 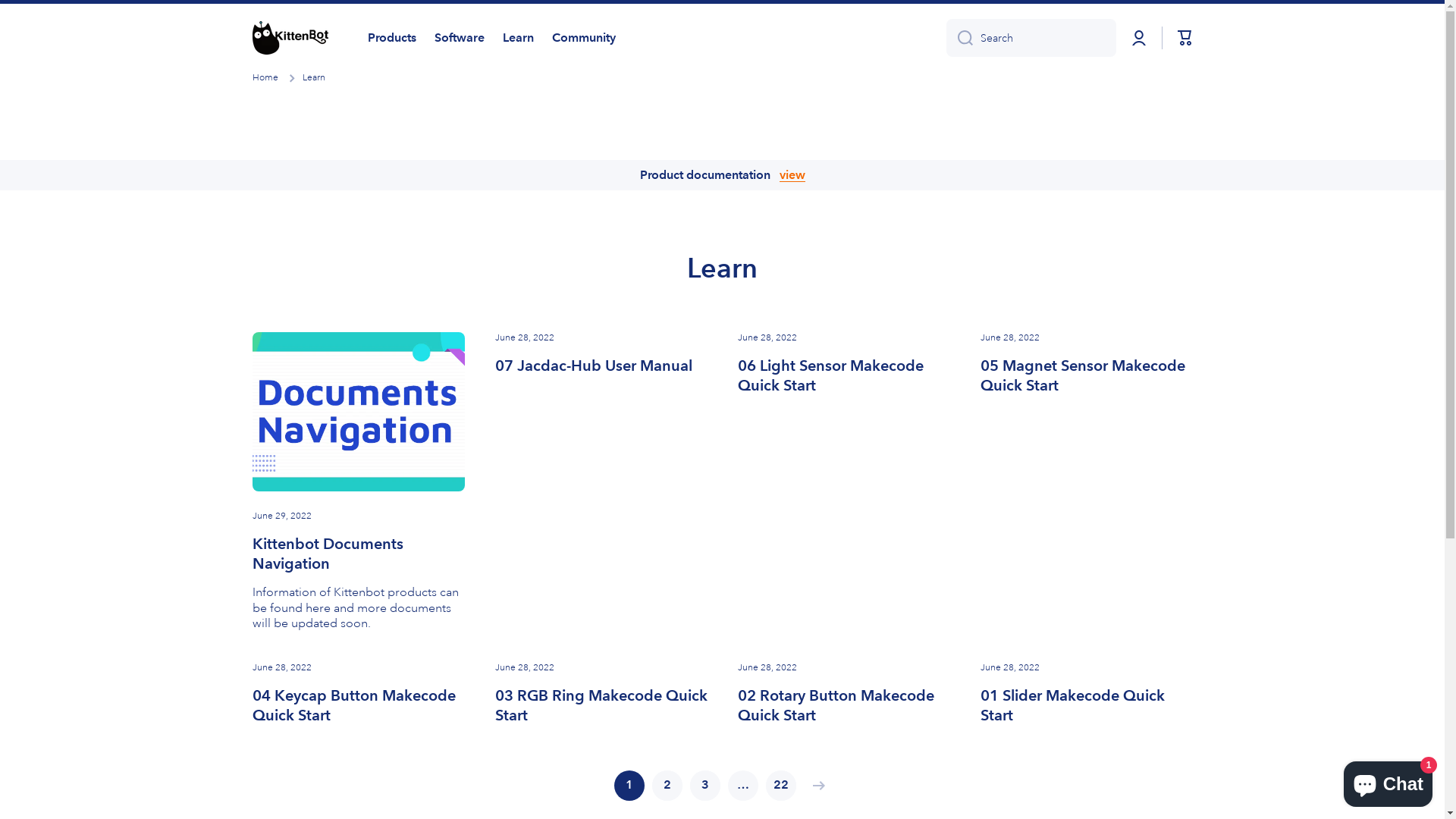 What do you see at coordinates (781, 785) in the screenshot?
I see `'22'` at bounding box center [781, 785].